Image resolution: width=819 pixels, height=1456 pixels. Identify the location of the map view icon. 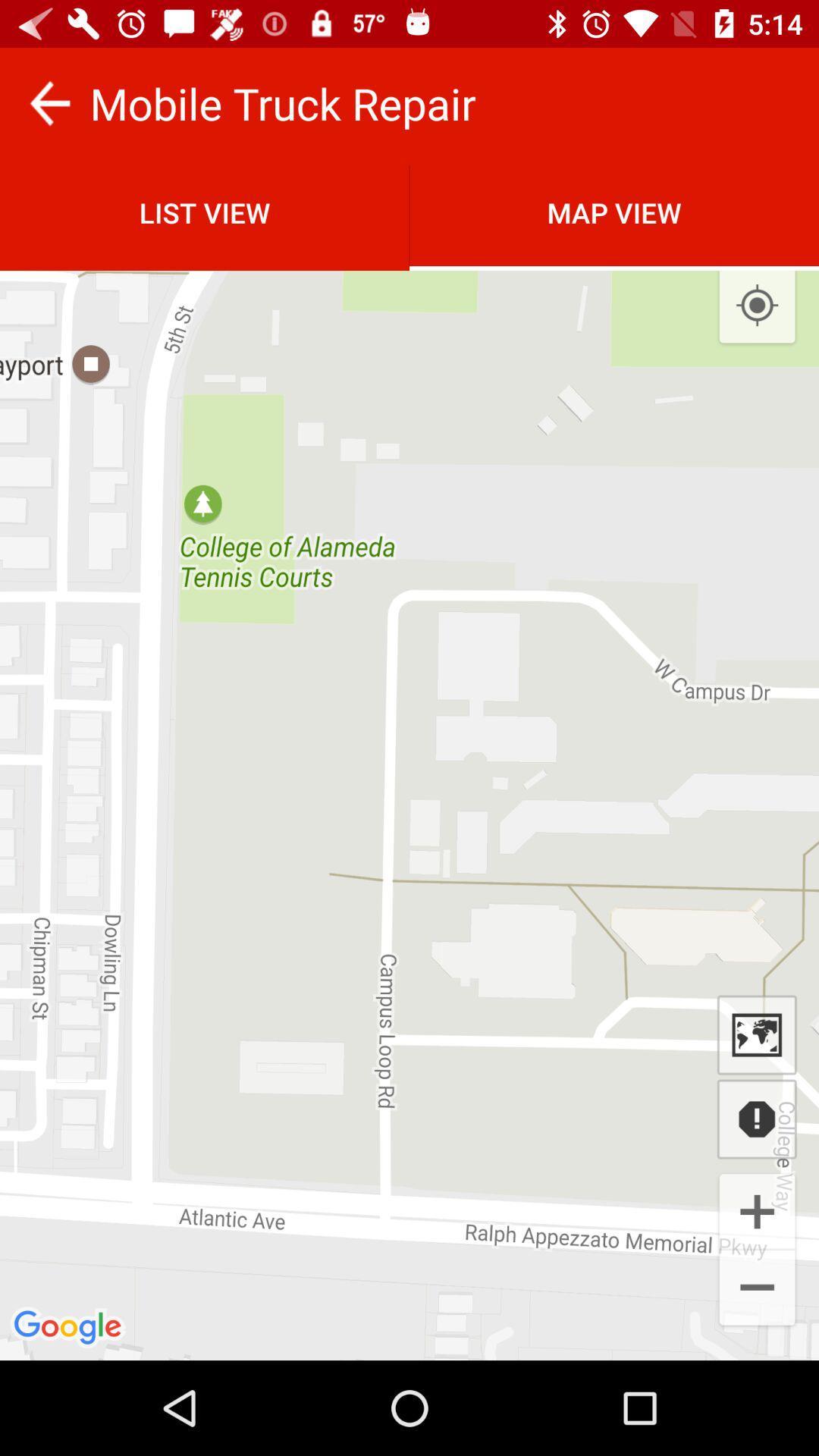
(614, 212).